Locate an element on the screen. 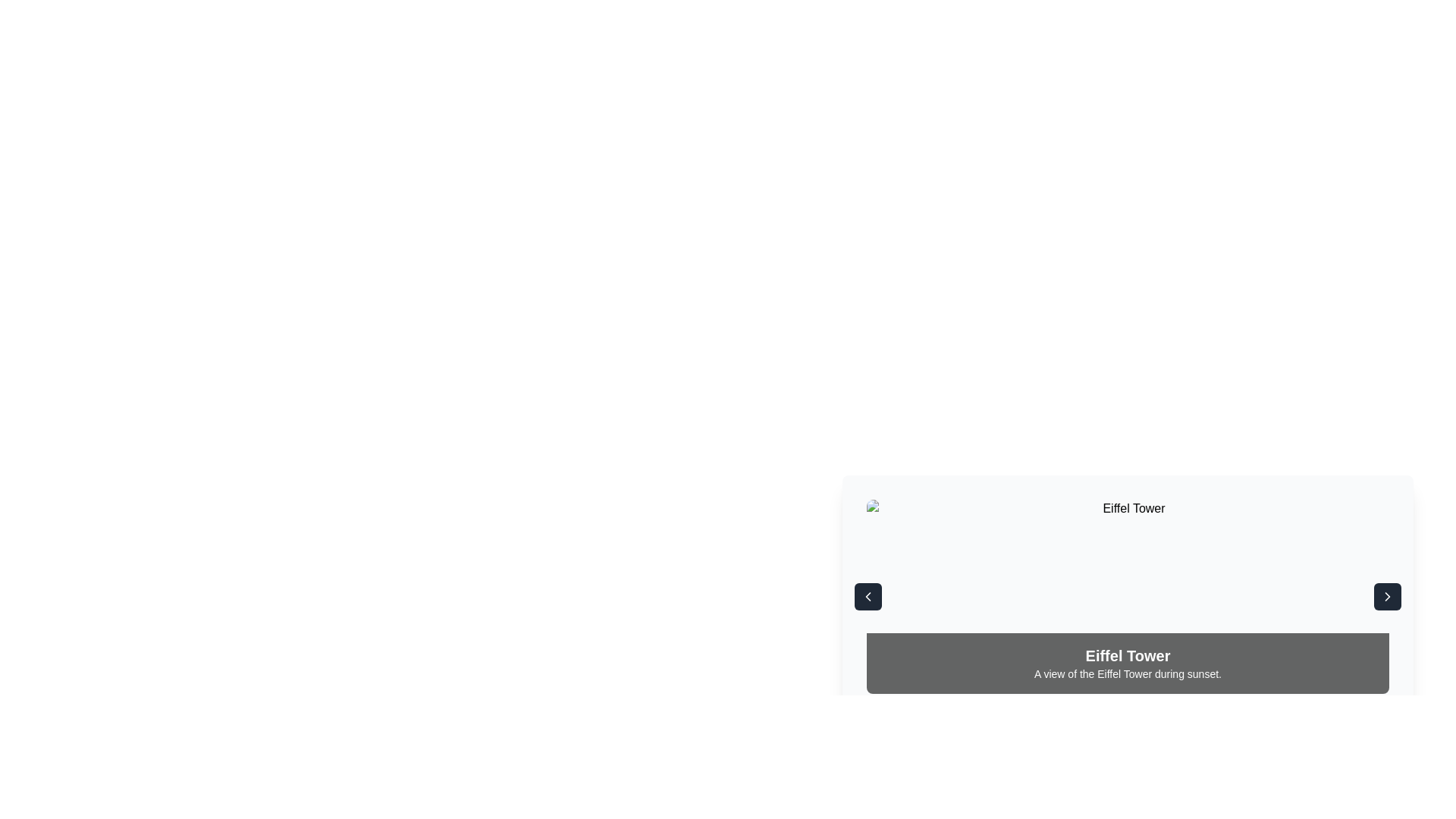  the small chevron icon with a light gray stroke on a dark background is located at coordinates (1387, 595).